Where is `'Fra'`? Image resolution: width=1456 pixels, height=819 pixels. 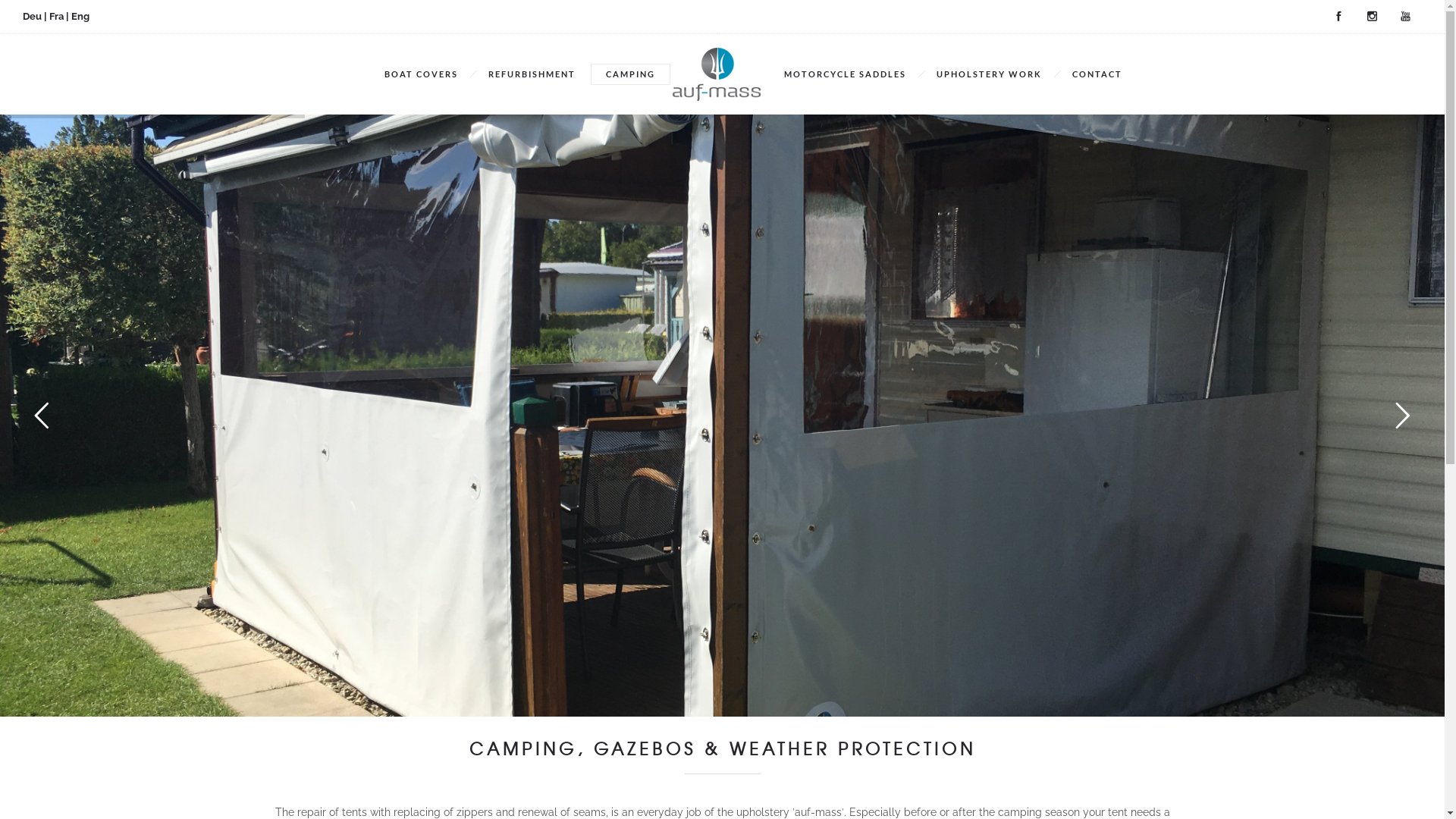 'Fra' is located at coordinates (56, 16).